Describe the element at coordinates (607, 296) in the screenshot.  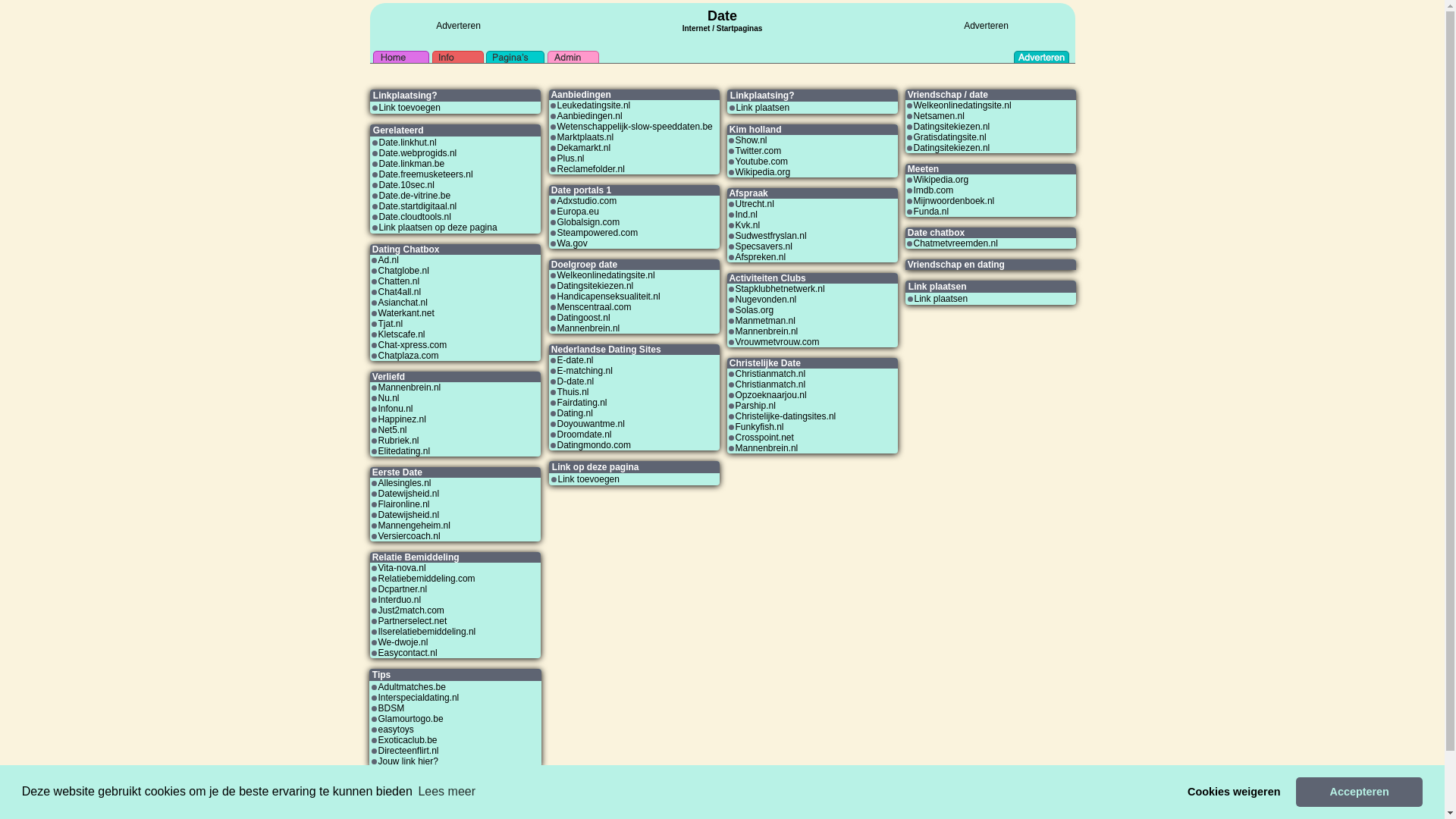
I see `'Handicapenseksualiteit.nl'` at that location.